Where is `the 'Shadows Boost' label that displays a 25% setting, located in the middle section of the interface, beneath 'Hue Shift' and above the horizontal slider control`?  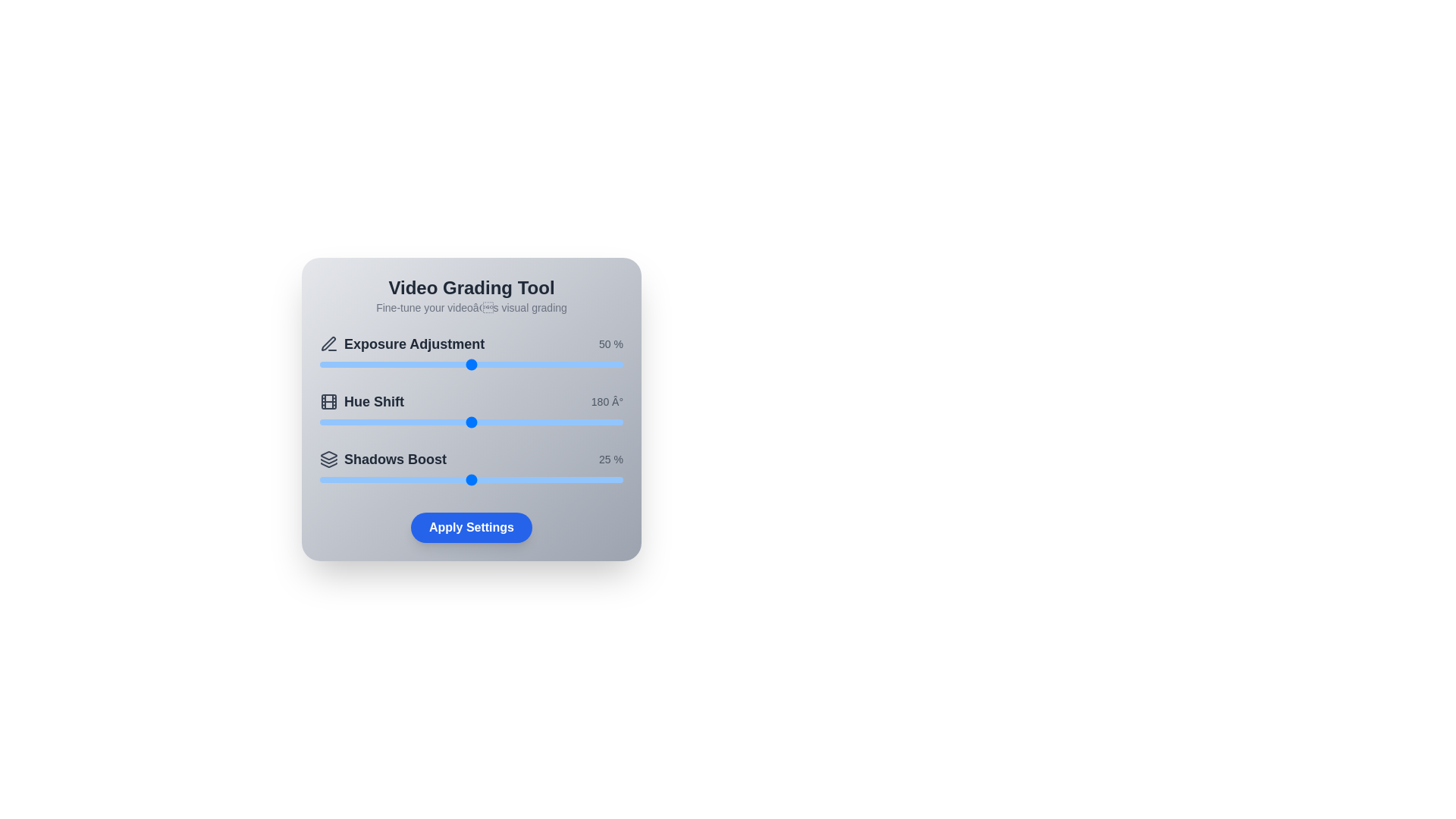 the 'Shadows Boost' label that displays a 25% setting, located in the middle section of the interface, beneath 'Hue Shift' and above the horizontal slider control is located at coordinates (471, 458).